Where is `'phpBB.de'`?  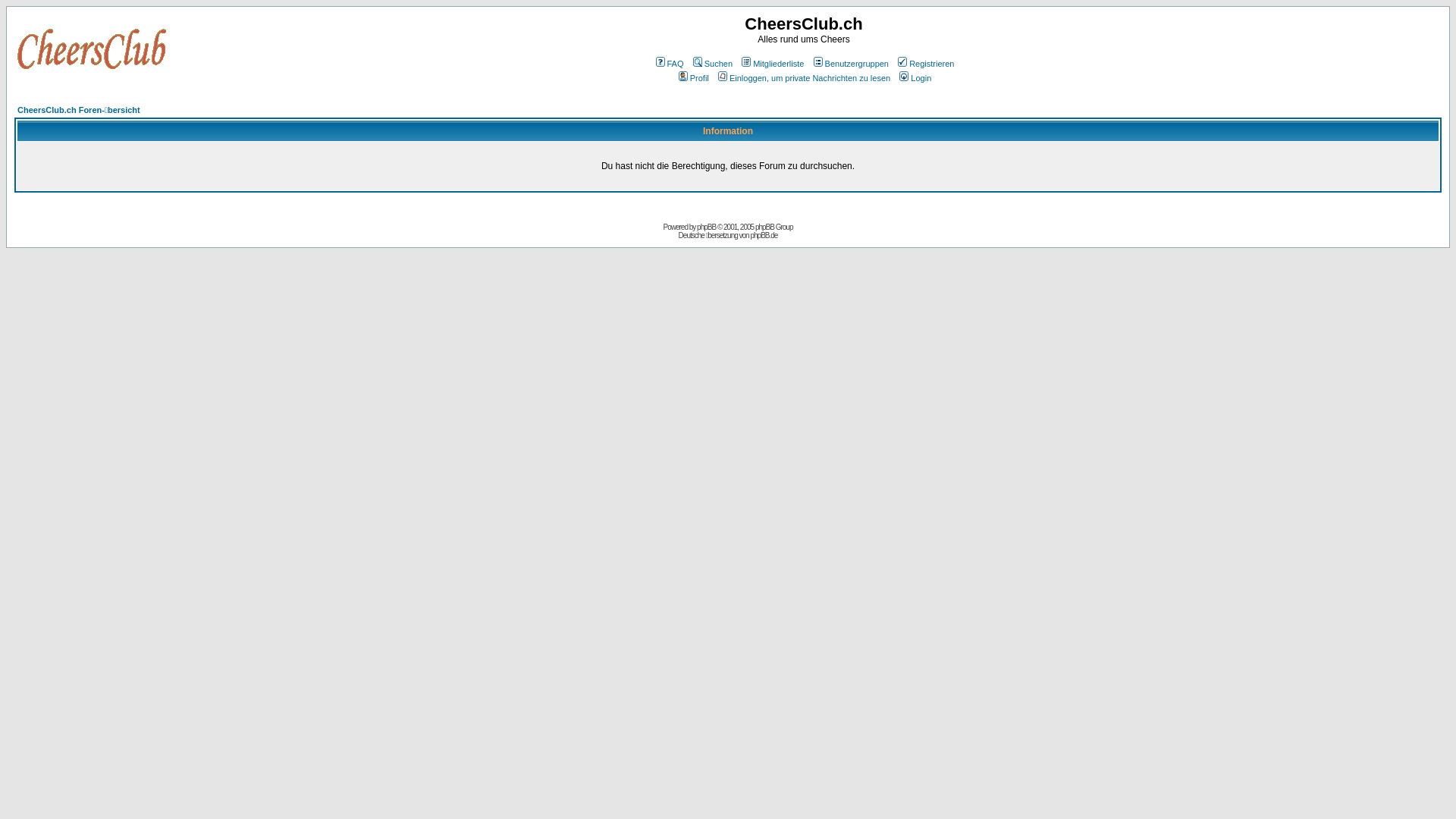
'phpBB.de' is located at coordinates (764, 235).